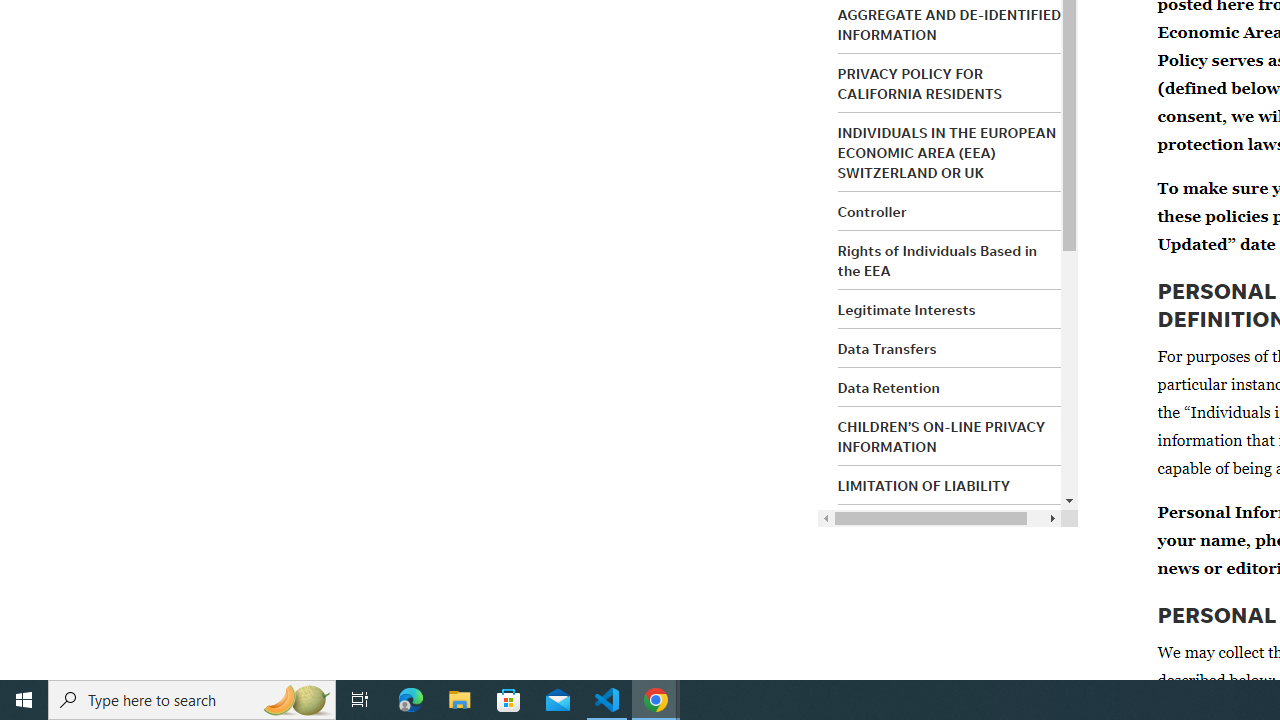 The height and width of the screenshot is (720, 1280). I want to click on 'LIMITATION OF LIABILITY', so click(923, 486).